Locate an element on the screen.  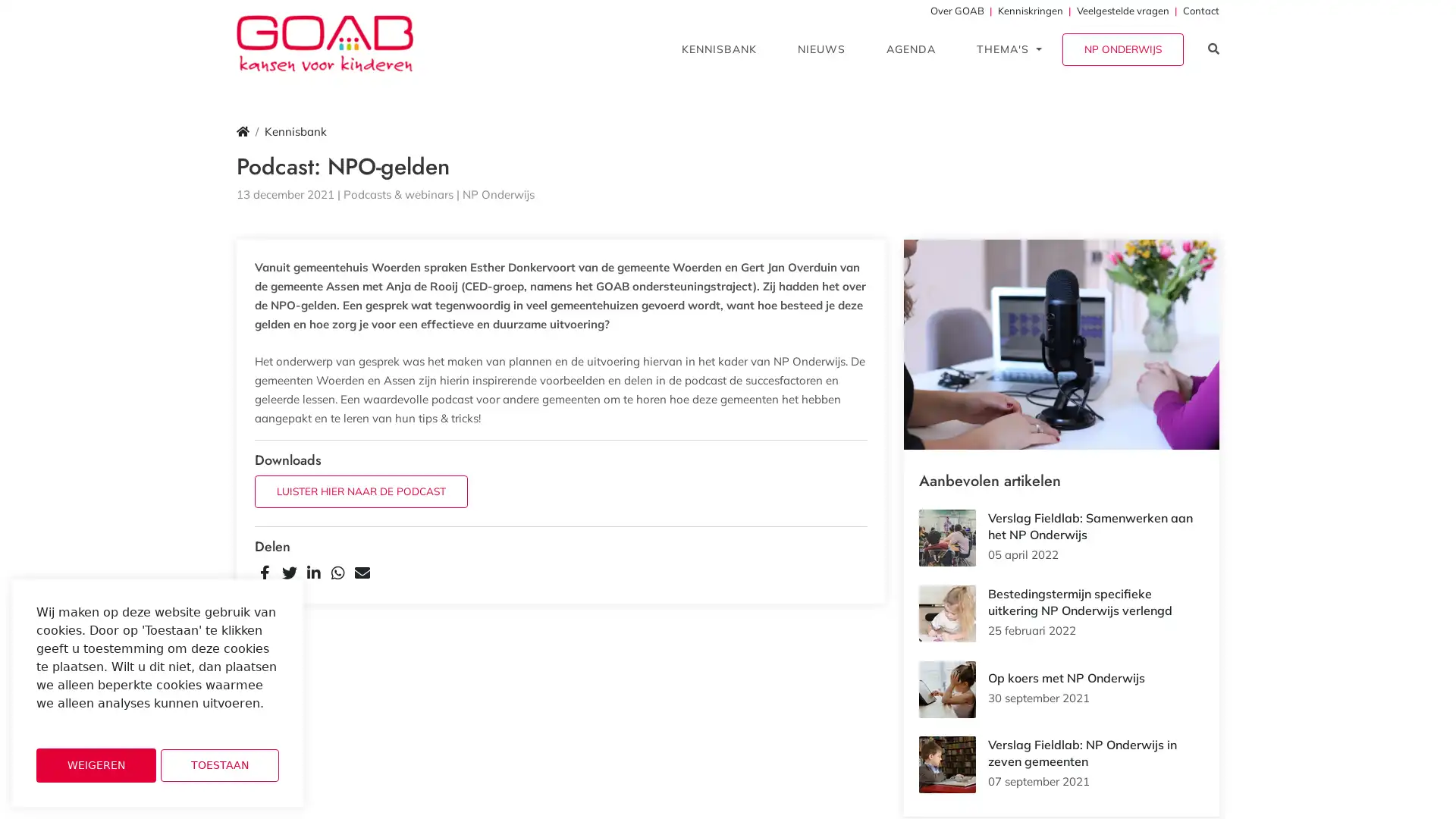
learn more about cookies is located at coordinates (76, 723).